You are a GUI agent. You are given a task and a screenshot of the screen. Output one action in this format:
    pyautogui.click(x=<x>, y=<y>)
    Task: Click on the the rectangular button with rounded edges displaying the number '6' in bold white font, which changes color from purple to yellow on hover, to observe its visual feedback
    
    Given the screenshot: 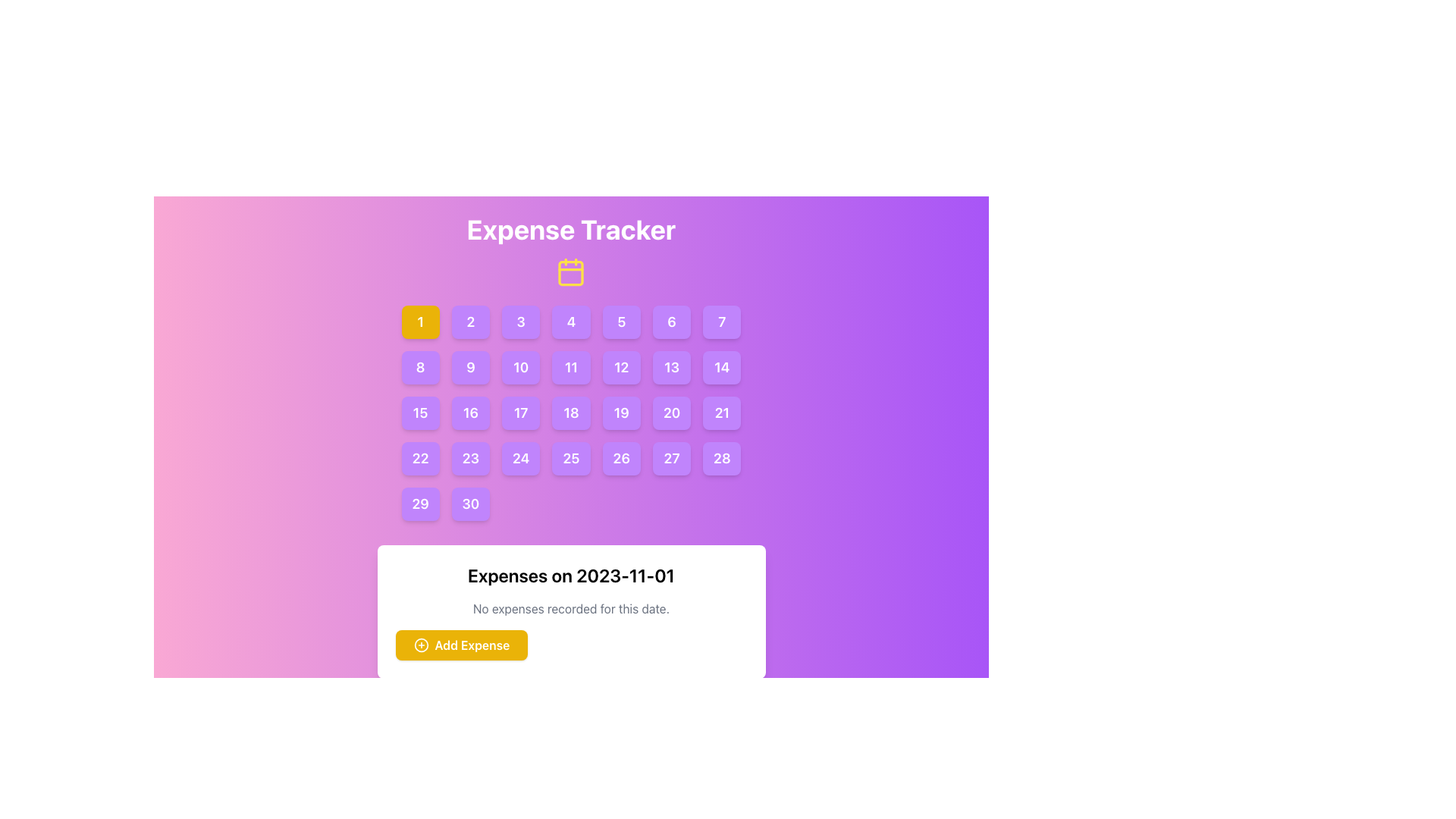 What is the action you would take?
    pyautogui.click(x=671, y=321)
    